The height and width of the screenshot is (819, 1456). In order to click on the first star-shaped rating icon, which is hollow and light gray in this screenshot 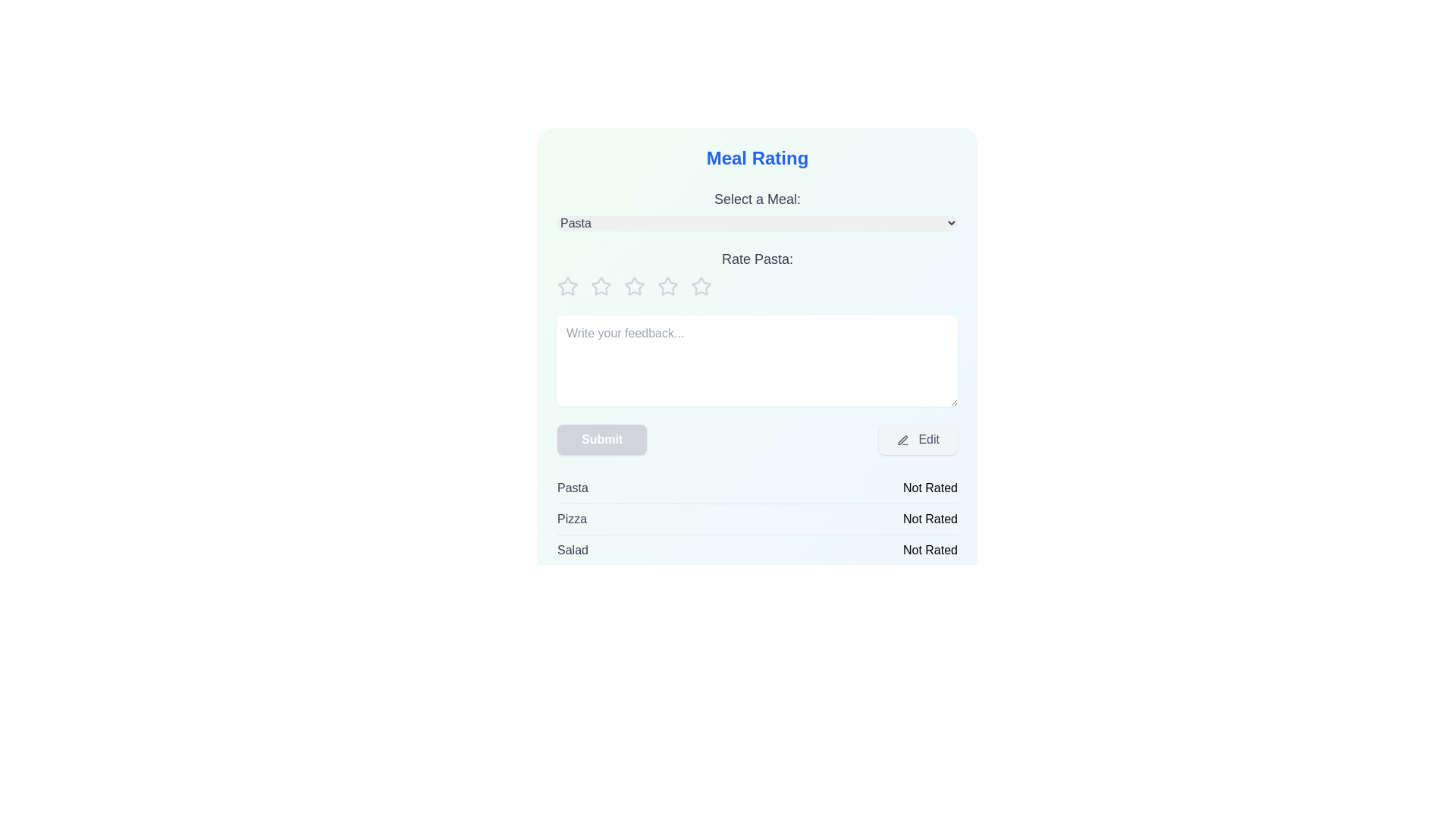, I will do `click(566, 287)`.